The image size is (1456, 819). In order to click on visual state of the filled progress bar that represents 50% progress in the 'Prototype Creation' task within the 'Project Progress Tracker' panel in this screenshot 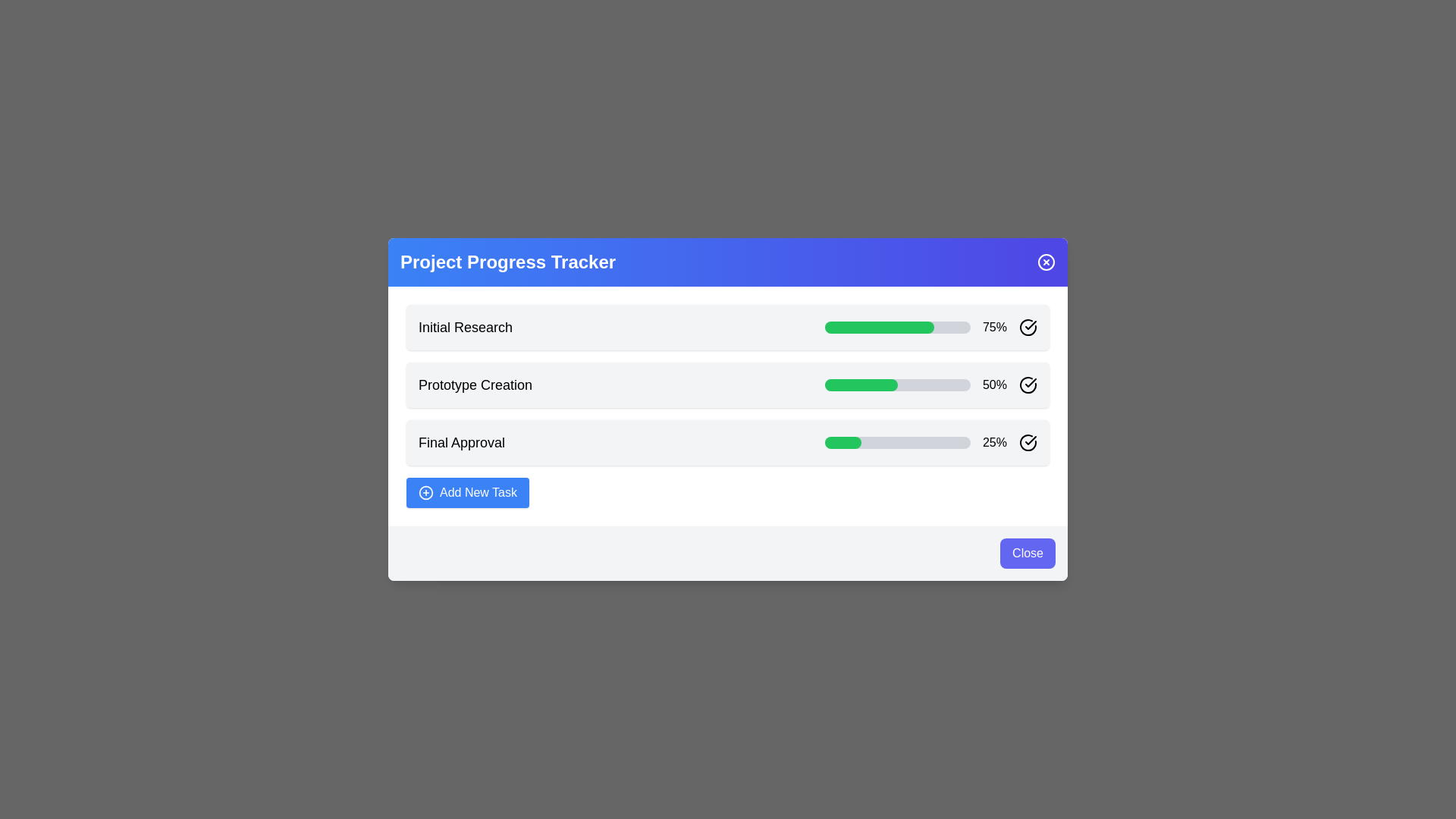, I will do `click(861, 384)`.